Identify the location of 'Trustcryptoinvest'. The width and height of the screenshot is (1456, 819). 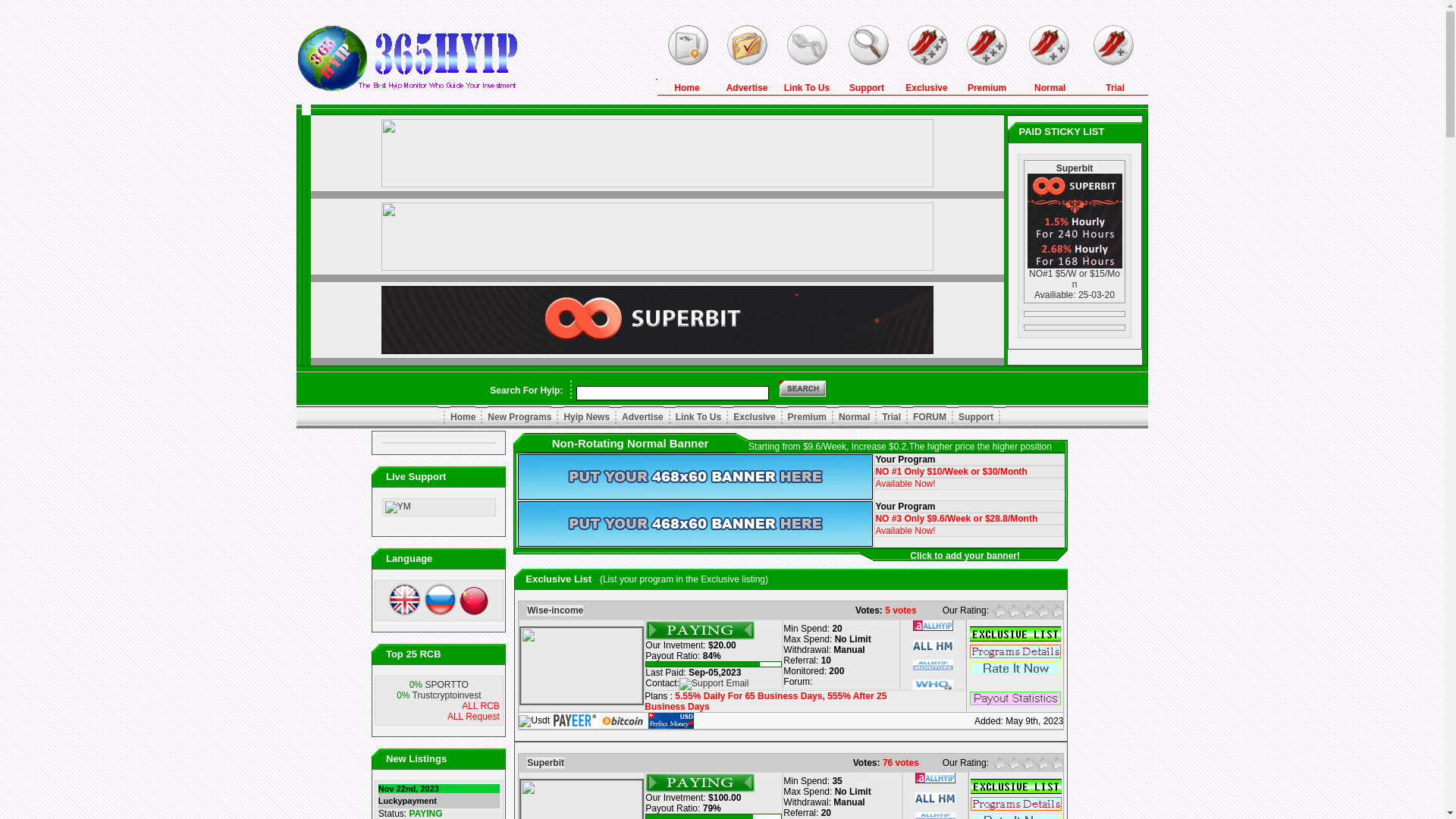
(446, 695).